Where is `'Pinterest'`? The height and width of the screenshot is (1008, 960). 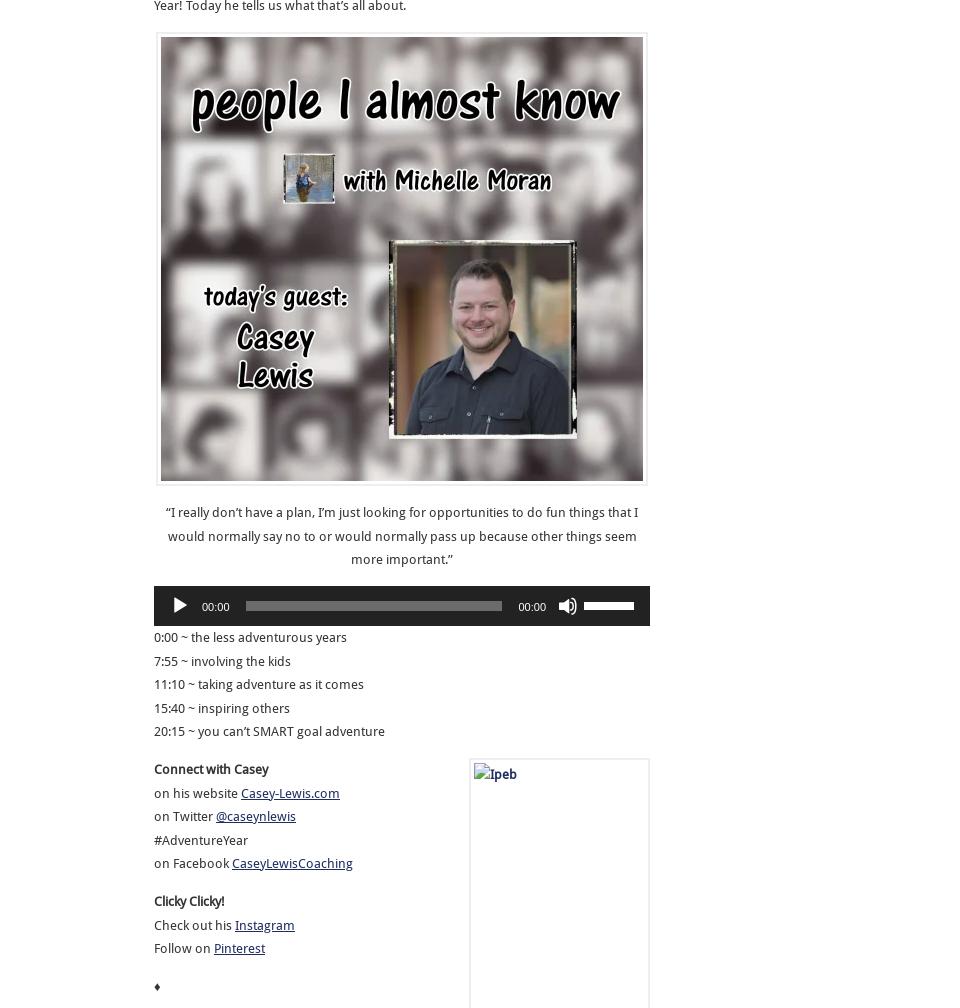 'Pinterest' is located at coordinates (213, 948).